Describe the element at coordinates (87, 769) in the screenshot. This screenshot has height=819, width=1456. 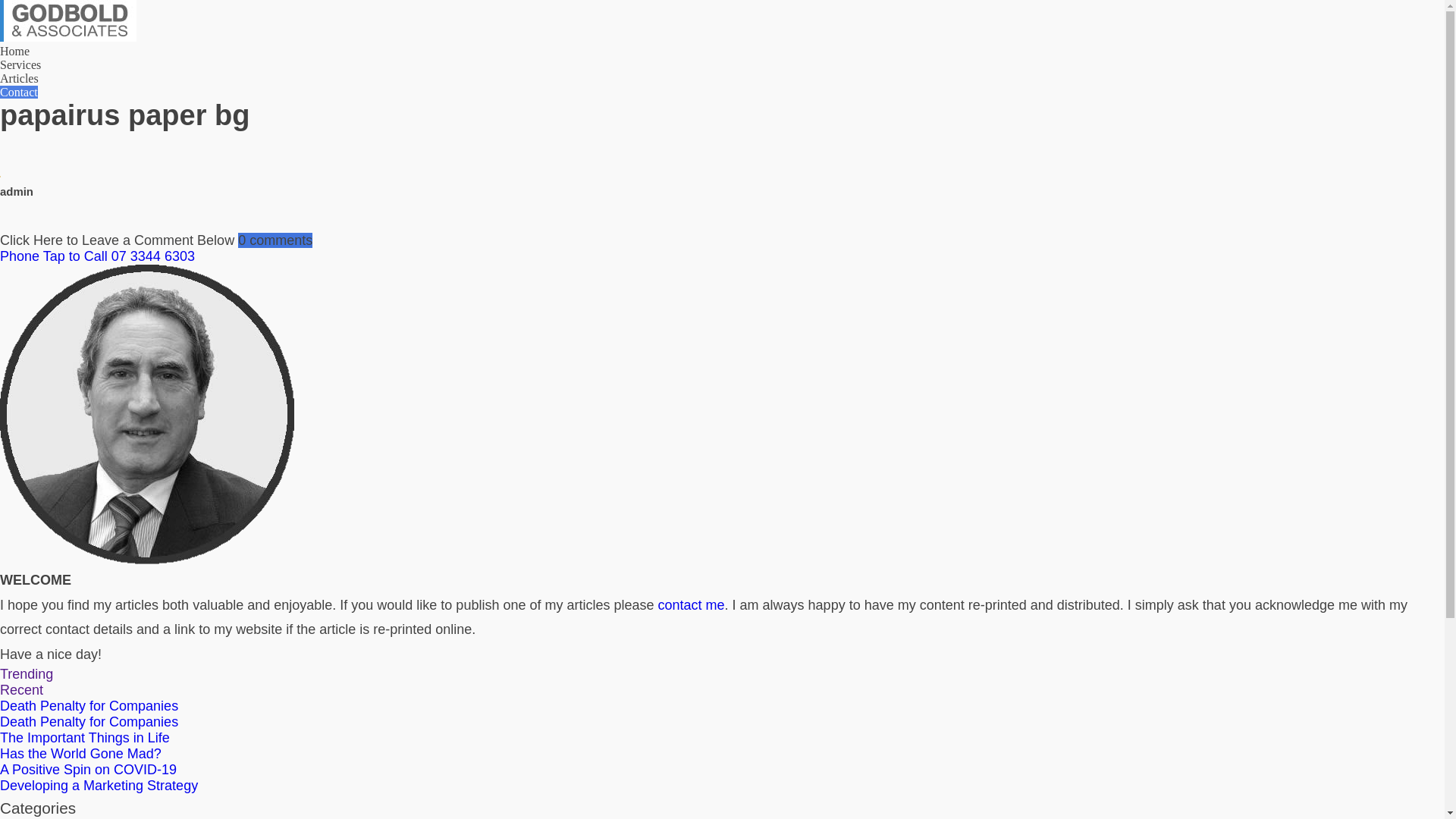
I see `'A Positive Spin on COVID-19'` at that location.